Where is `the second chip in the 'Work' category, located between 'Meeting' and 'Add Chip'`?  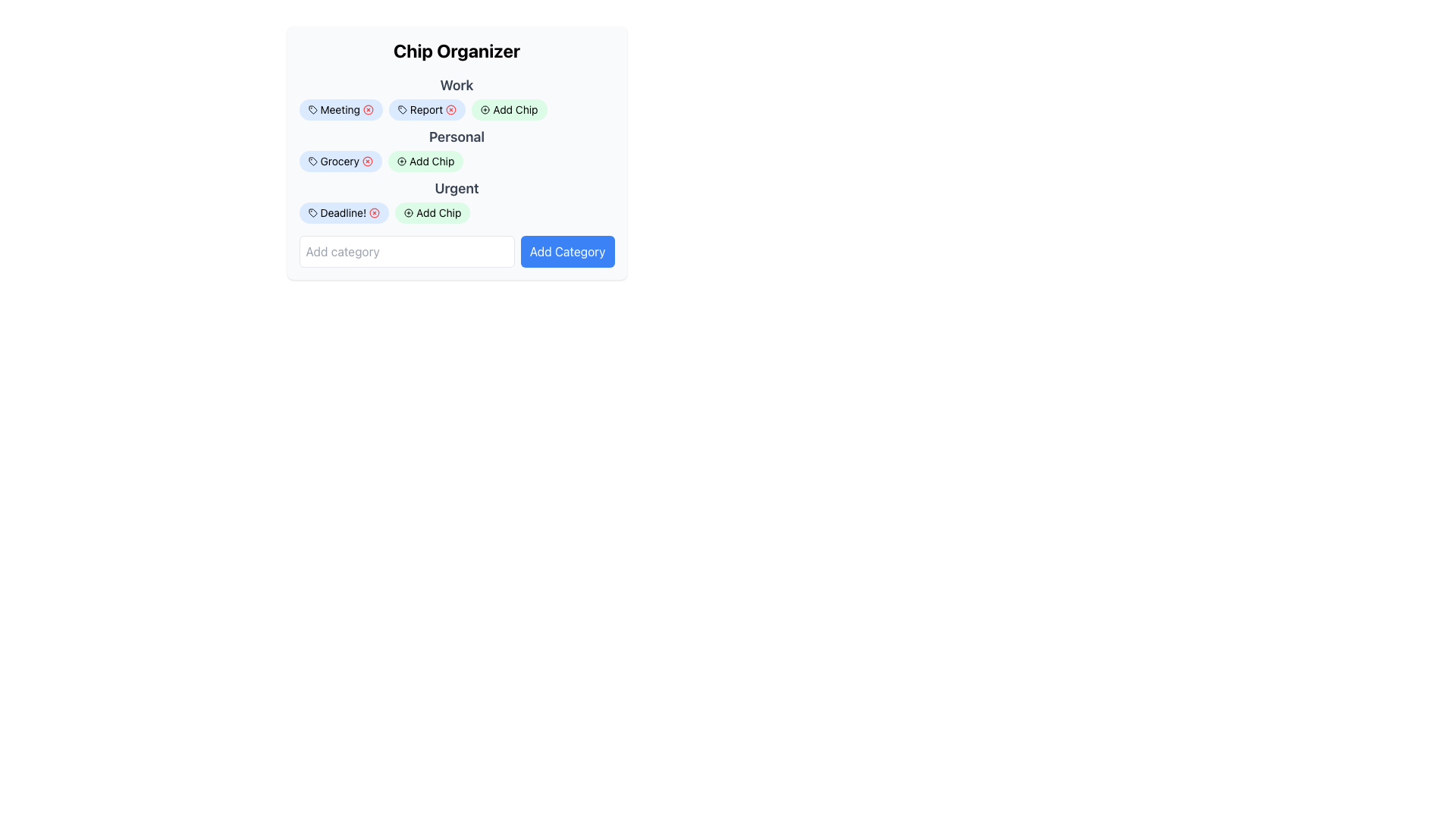 the second chip in the 'Work' category, located between 'Meeting' and 'Add Chip' is located at coordinates (456, 109).